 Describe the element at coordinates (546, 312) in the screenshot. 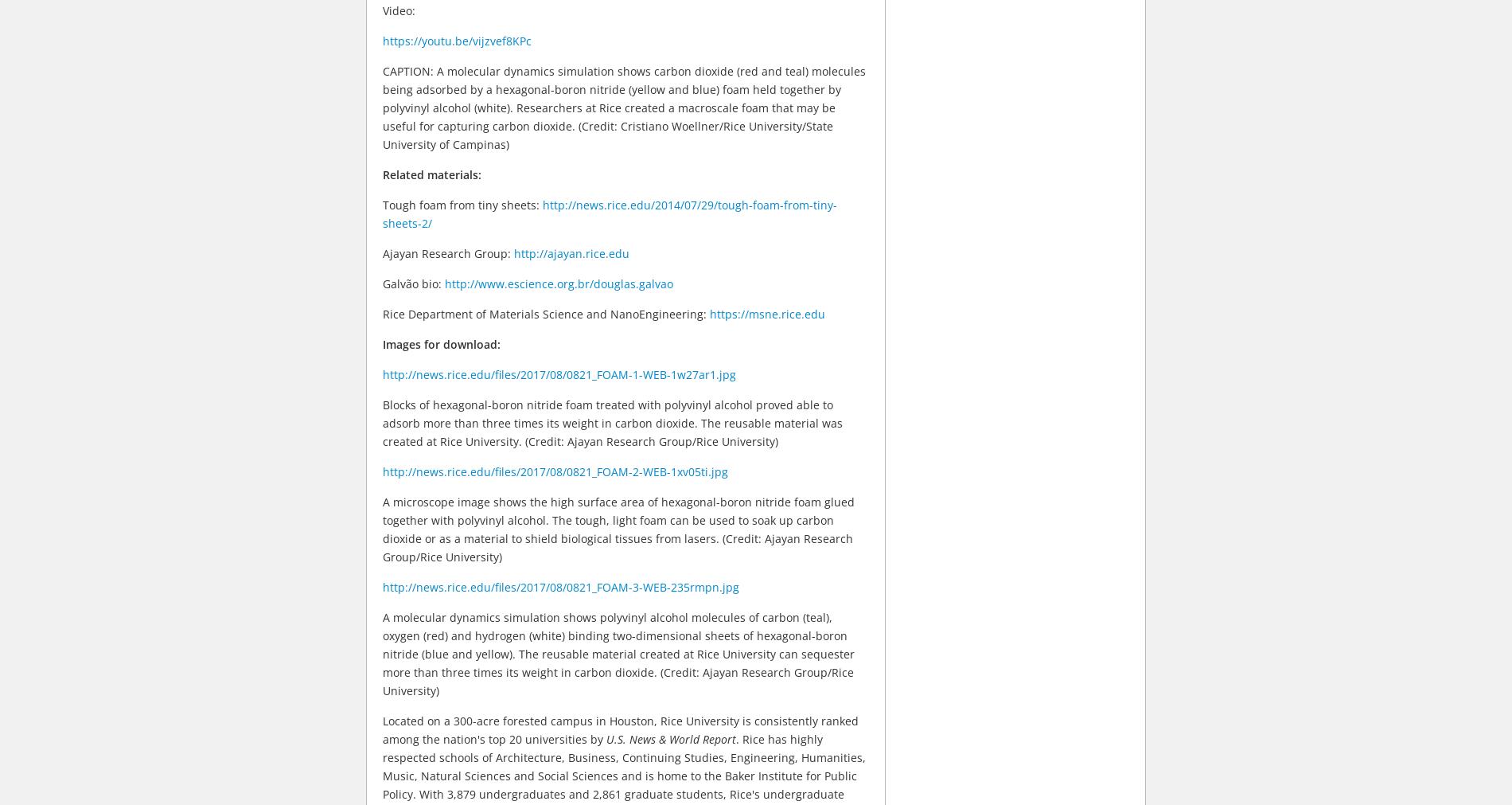

I see `'Rice Department of Materials Science and NanoEngineering:'` at that location.